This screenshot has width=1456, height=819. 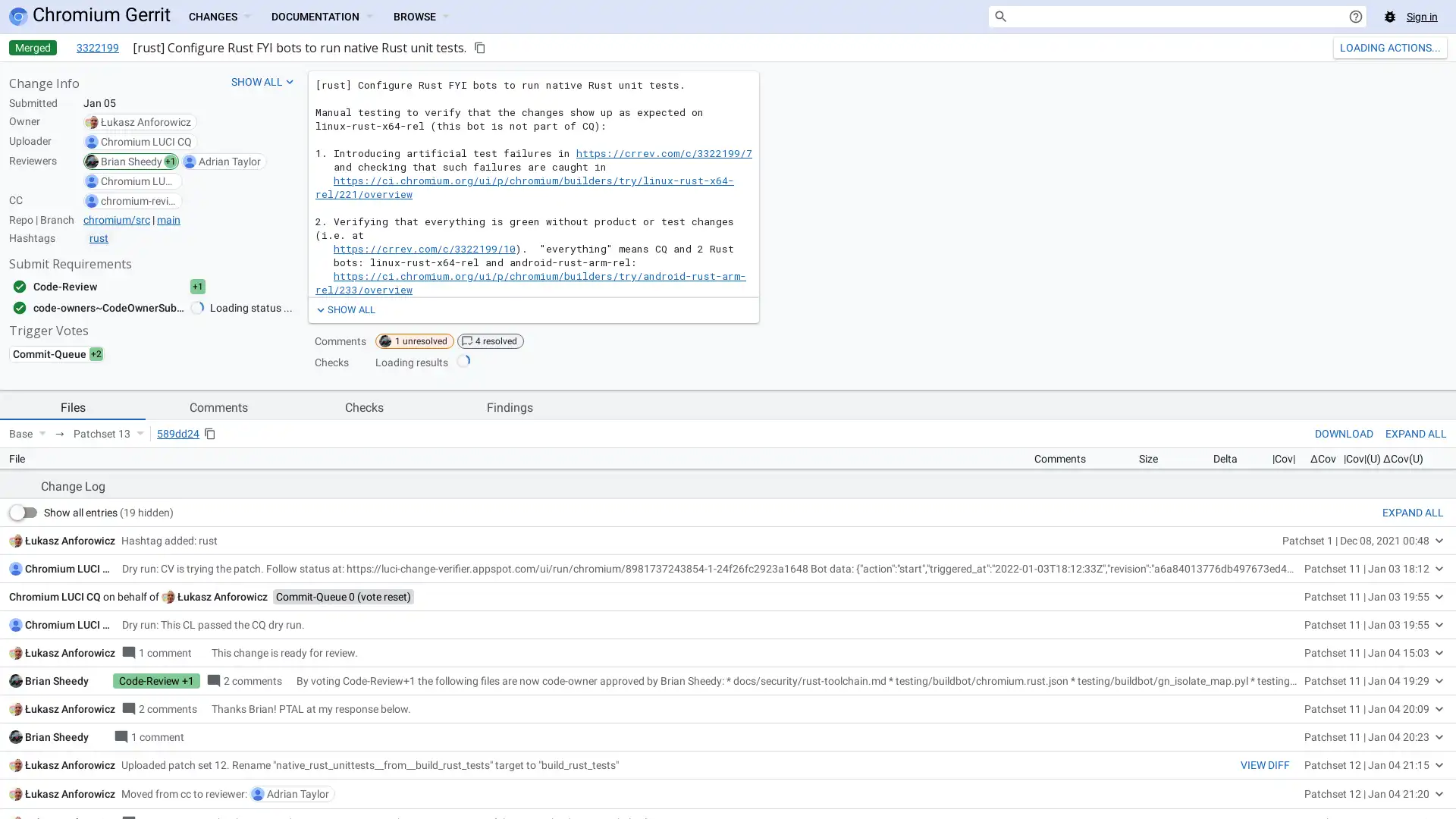 I want to click on INTERNAL, so click(x=1316, y=660).